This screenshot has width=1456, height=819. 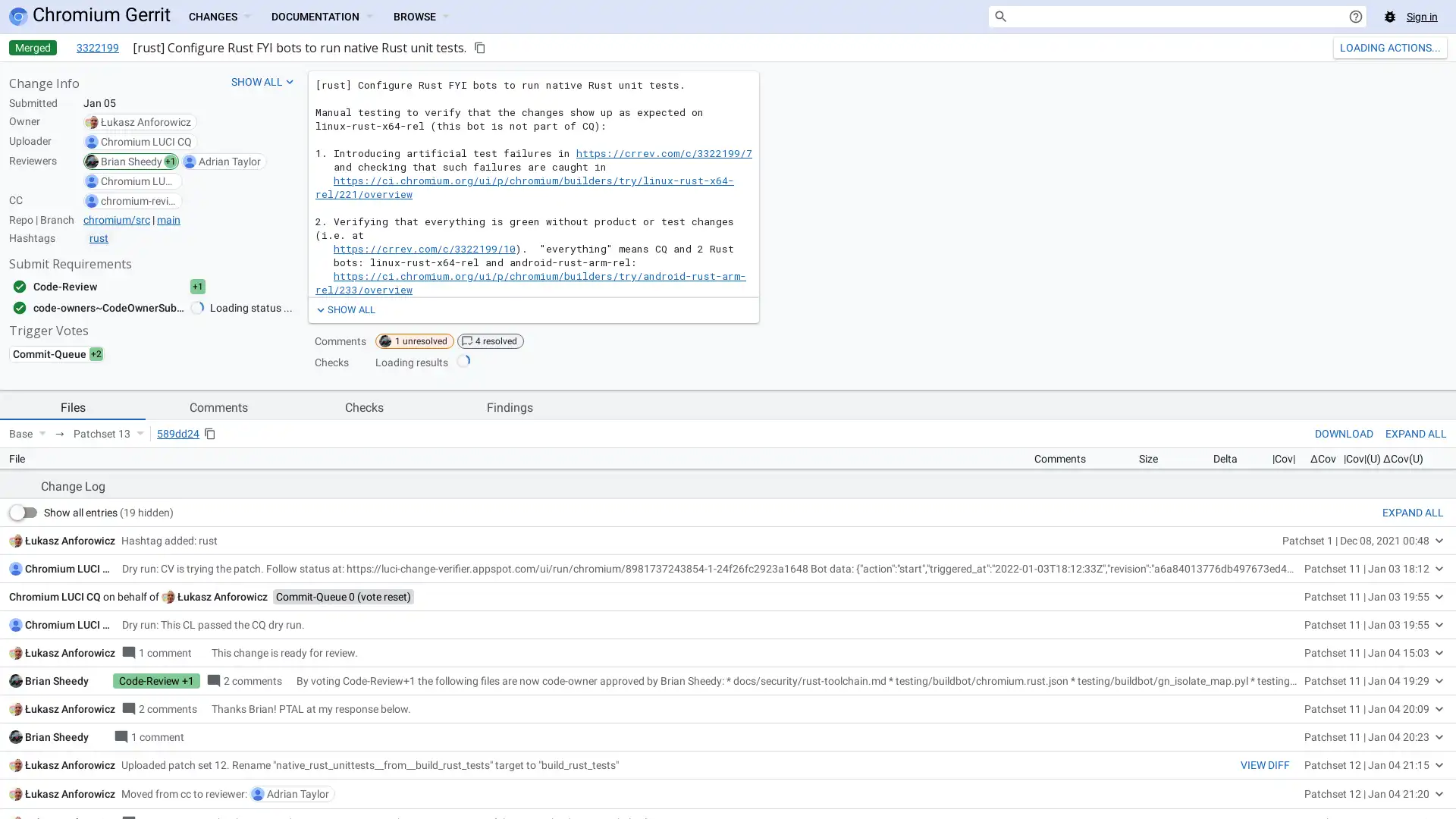 I want to click on INTERNAL, so click(x=1316, y=660).